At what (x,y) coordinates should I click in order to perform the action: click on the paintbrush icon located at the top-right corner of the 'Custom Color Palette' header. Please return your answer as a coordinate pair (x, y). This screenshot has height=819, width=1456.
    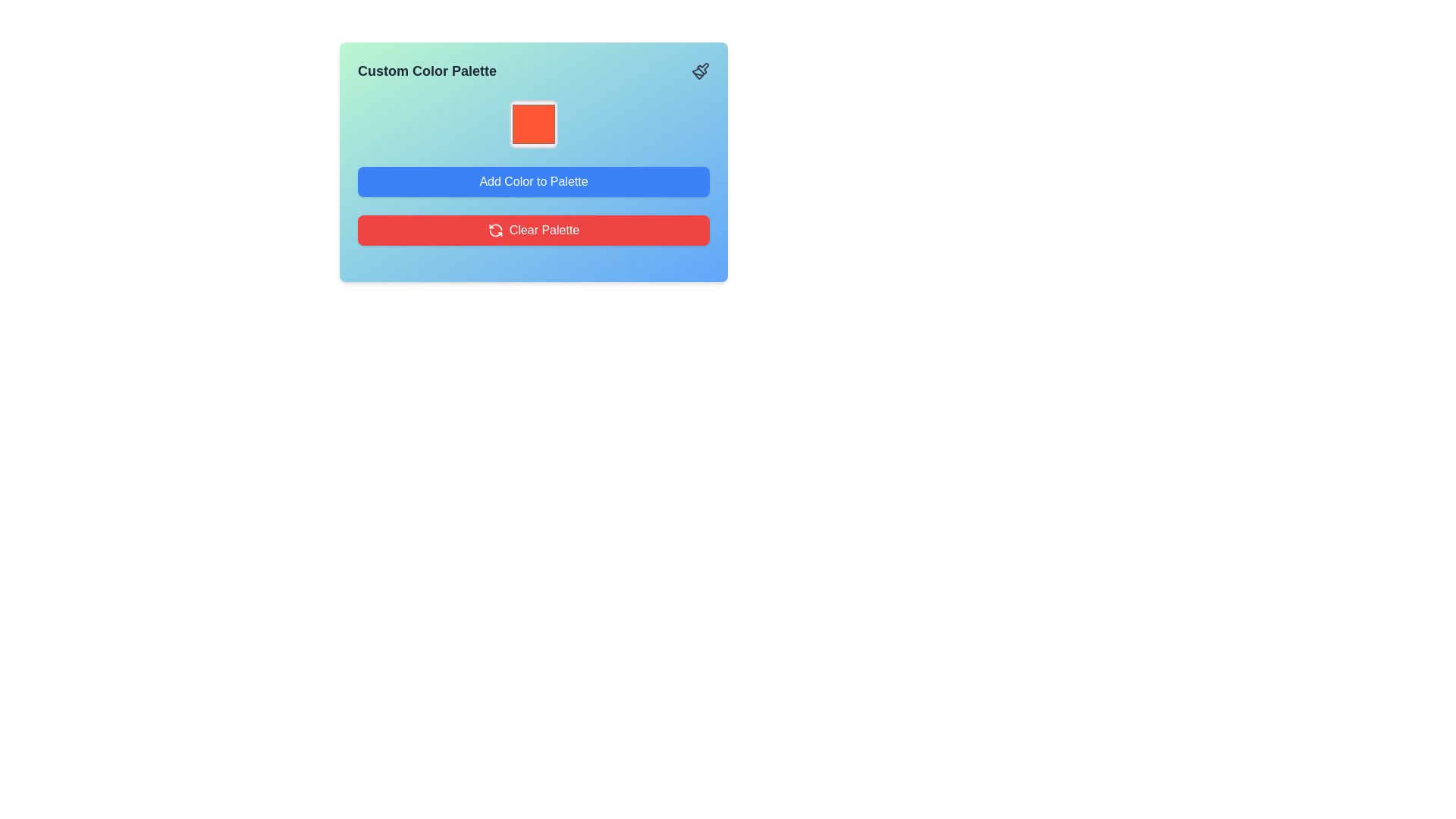
    Looking at the image, I should click on (700, 71).